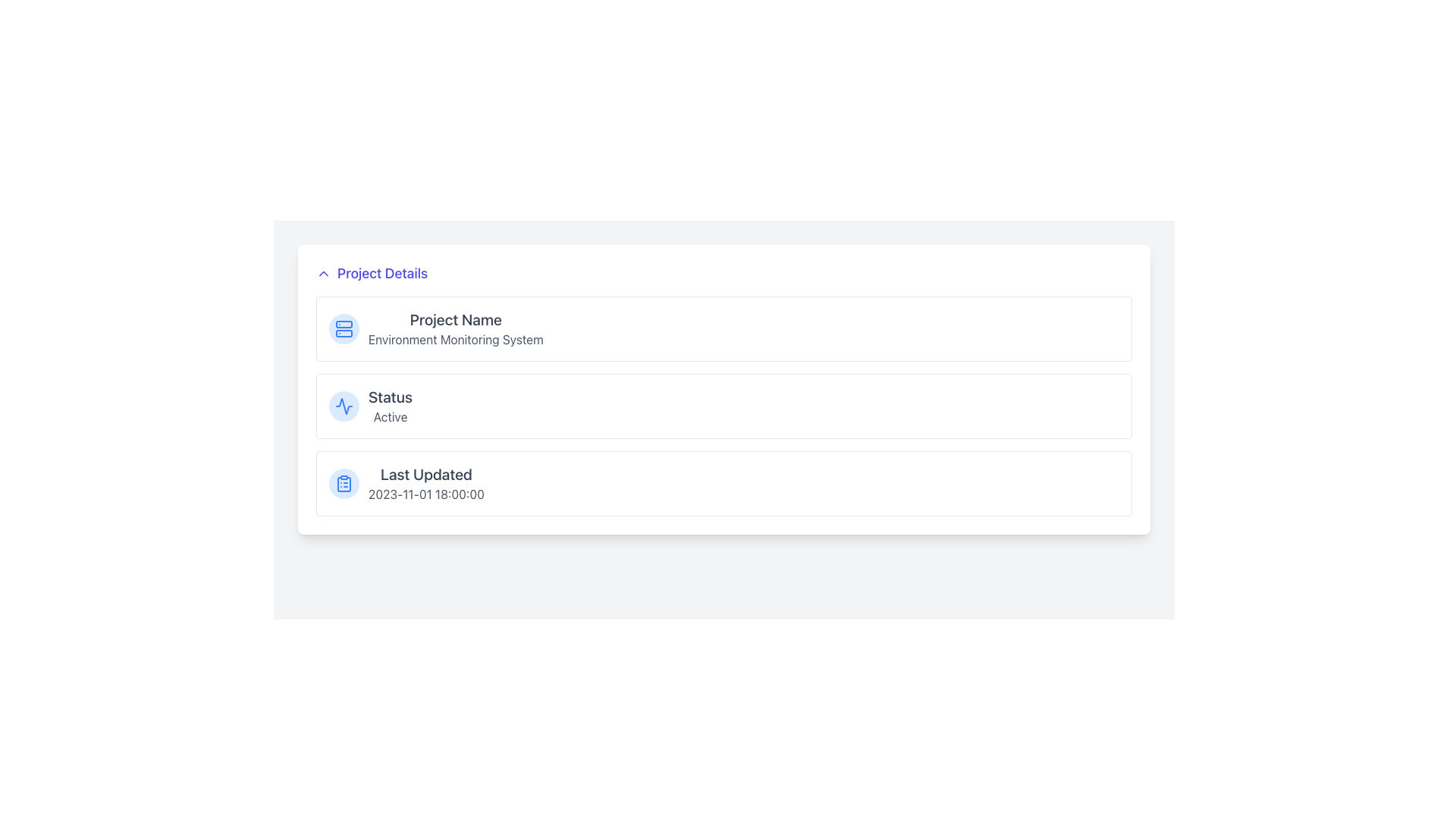  I want to click on 'Status' text label that shows 'Active' in the second card under the 'Project Details' section, so click(390, 406).